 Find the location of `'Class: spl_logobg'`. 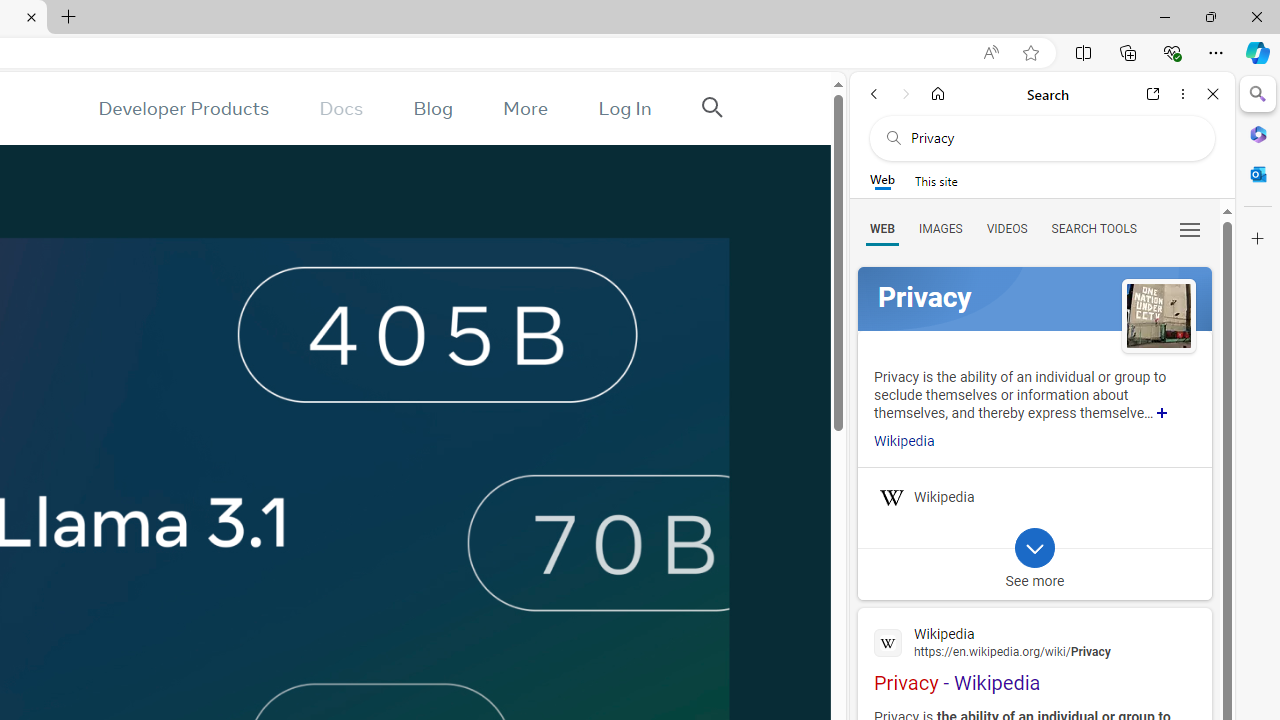

'Class: spl_logobg' is located at coordinates (1034, 299).